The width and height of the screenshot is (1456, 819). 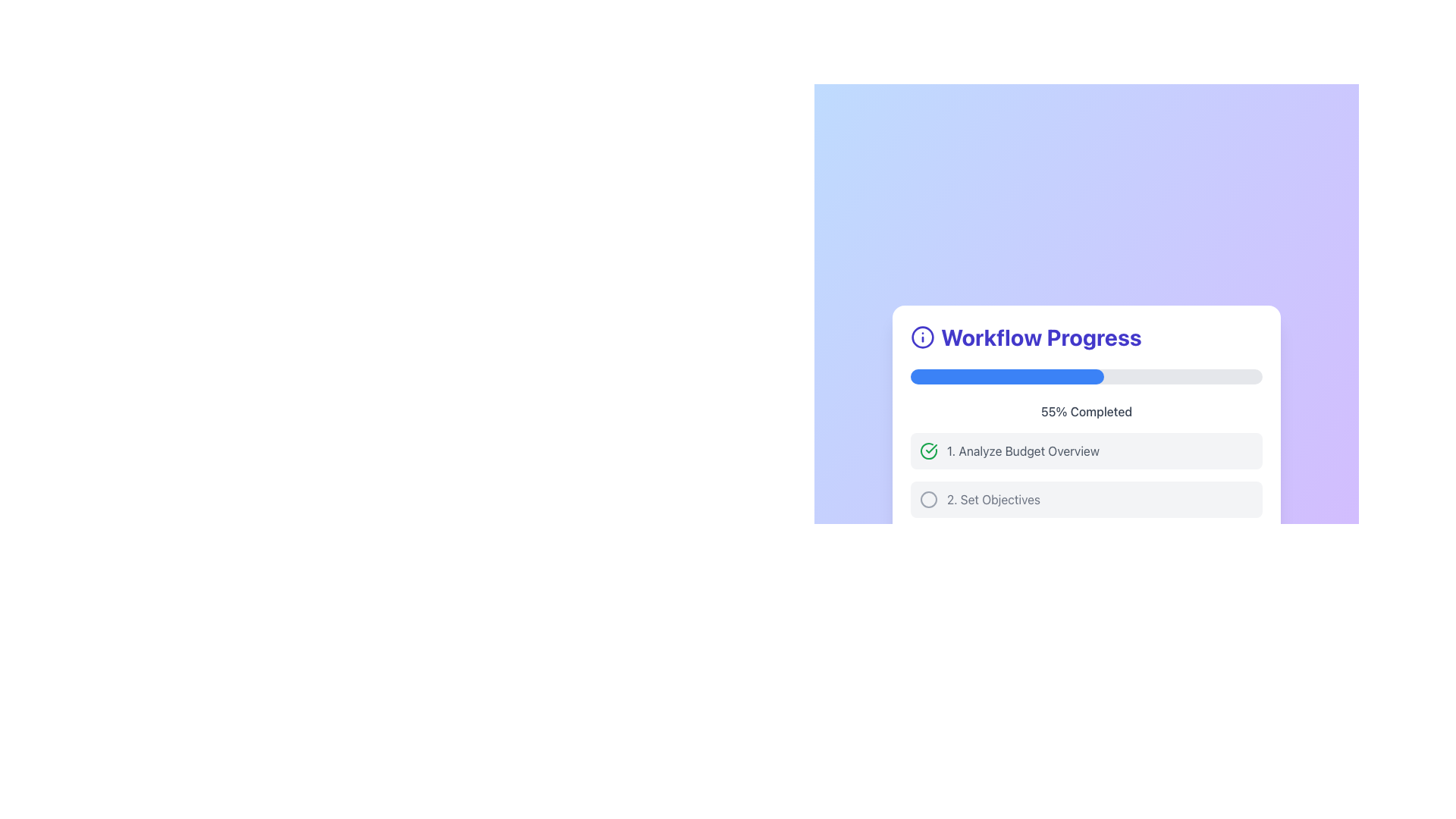 I want to click on text of the list item element stating '2. Set Objectives', which is displayed within a gray rounded rectangle in the progress tracking component, so click(x=1086, y=494).